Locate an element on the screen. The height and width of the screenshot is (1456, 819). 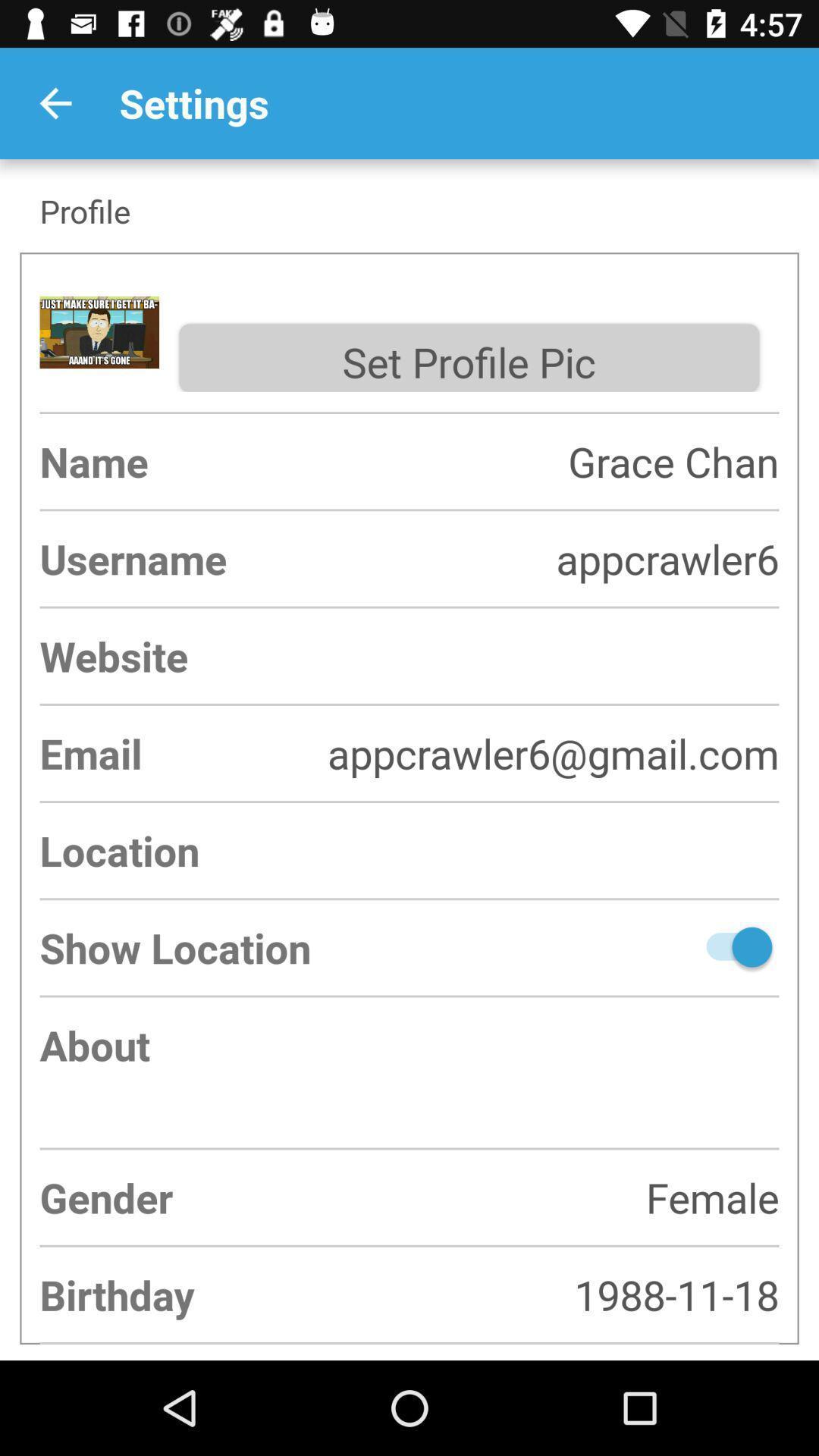
item next to settings is located at coordinates (55, 102).